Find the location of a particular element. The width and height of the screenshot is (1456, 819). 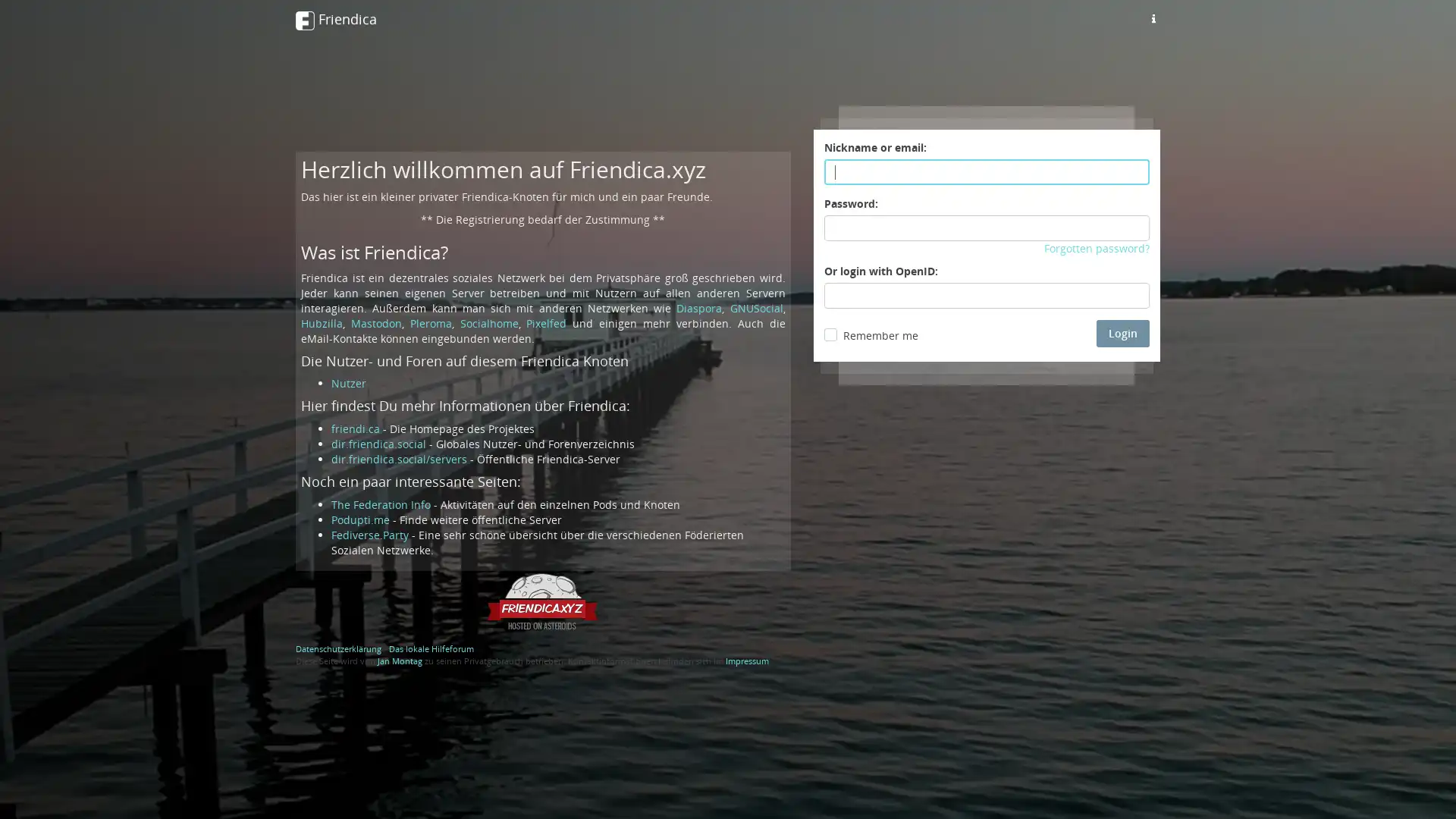

Login is located at coordinates (1123, 332).